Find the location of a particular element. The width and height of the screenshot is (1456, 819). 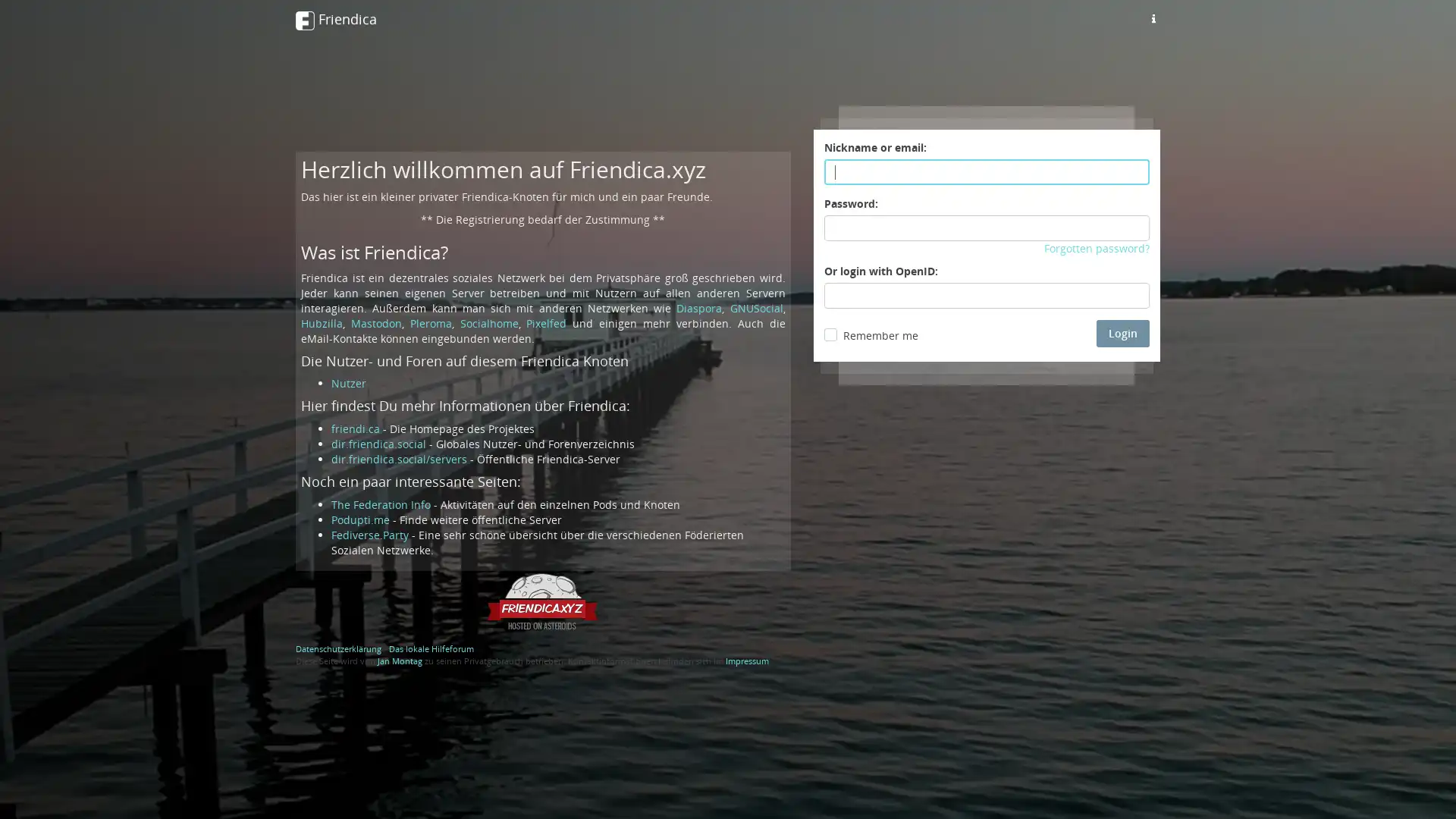

Login is located at coordinates (1123, 332).